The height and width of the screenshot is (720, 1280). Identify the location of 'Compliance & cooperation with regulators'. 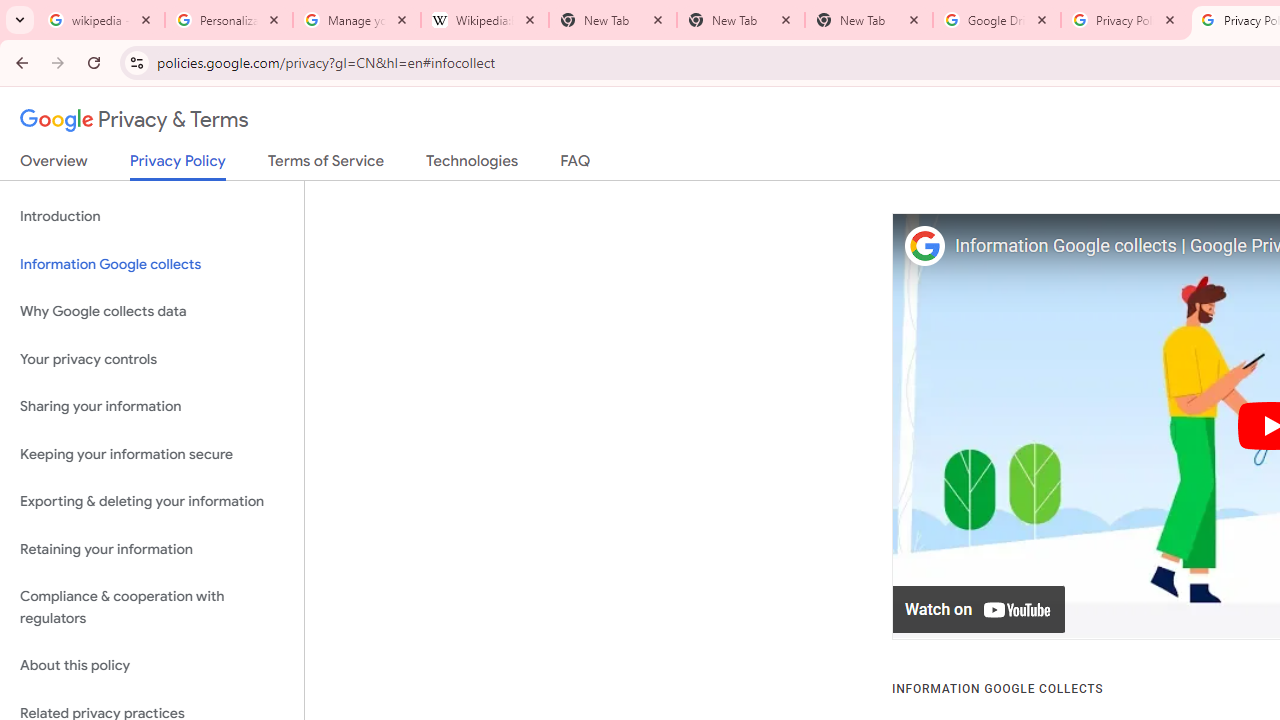
(151, 607).